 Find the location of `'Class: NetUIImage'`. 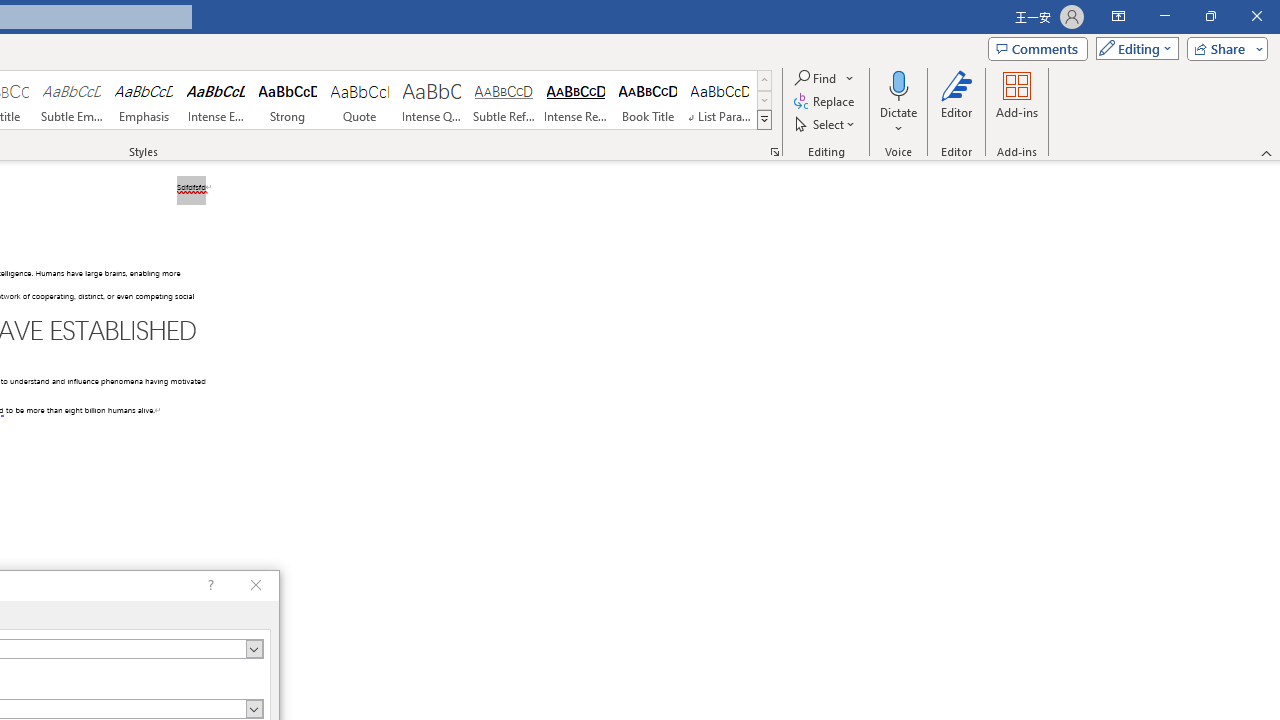

'Class: NetUIImage' is located at coordinates (764, 119).